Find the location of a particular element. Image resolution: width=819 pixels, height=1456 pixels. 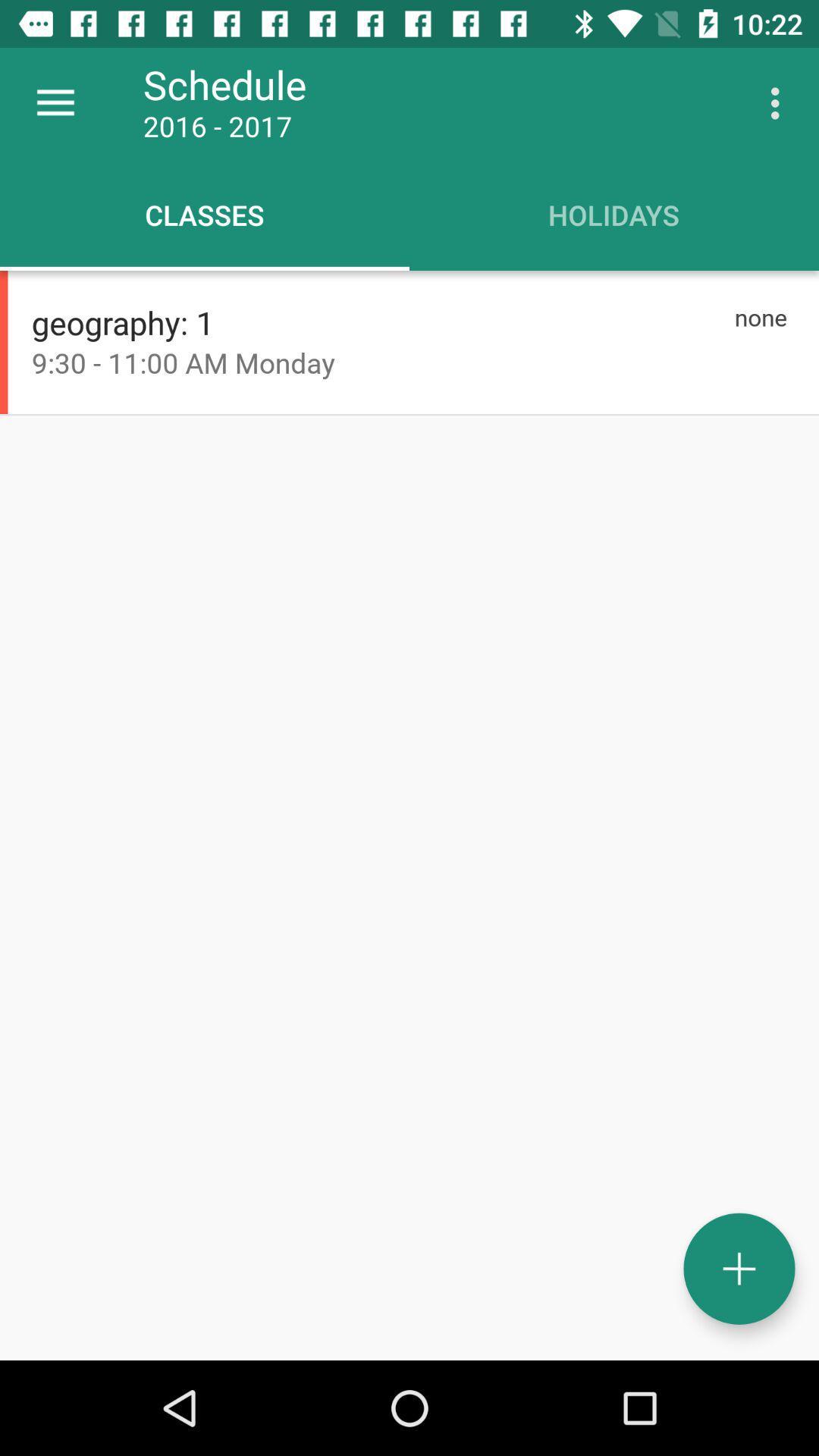

a new schedule entry is located at coordinates (739, 1269).